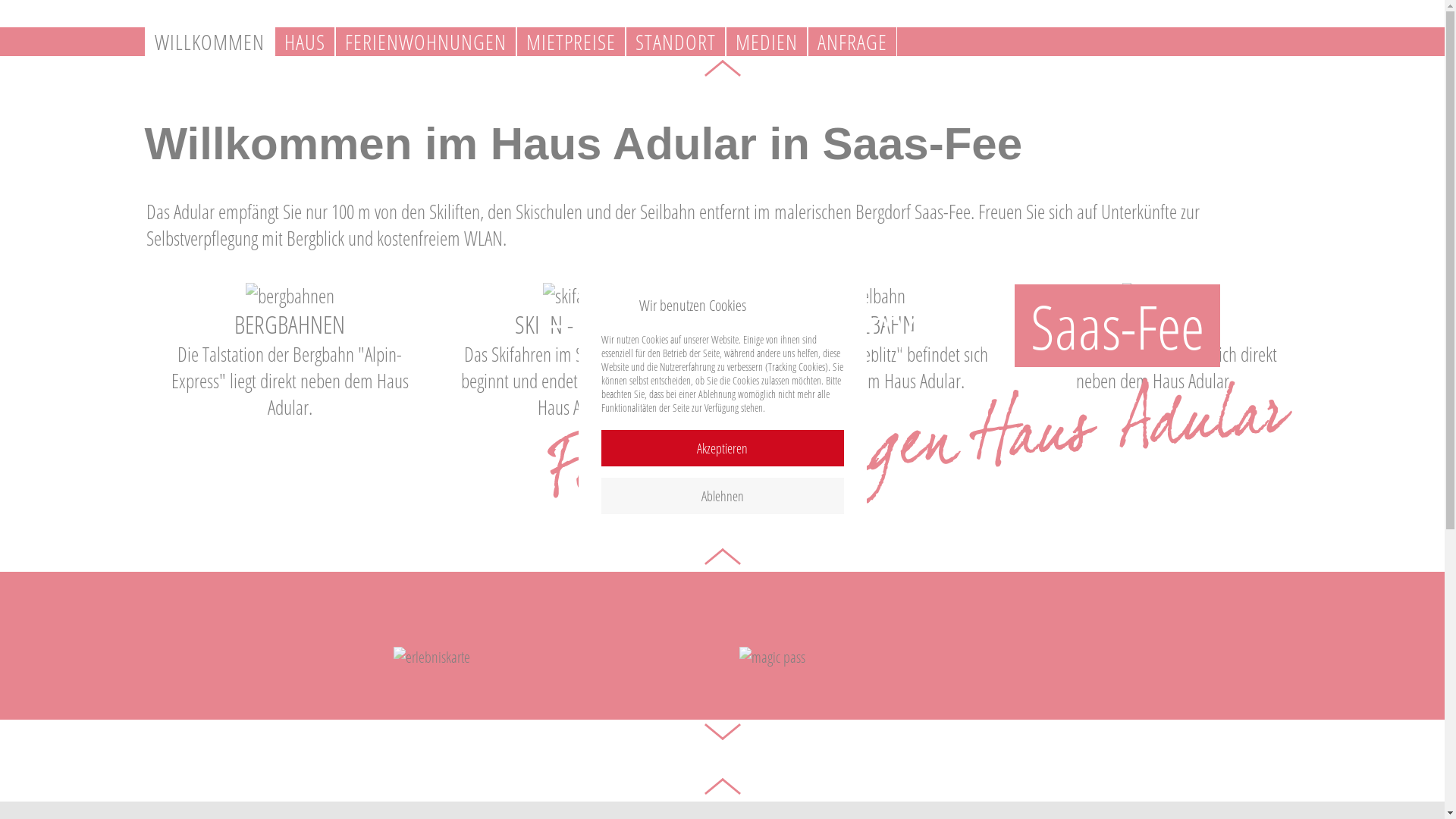 The width and height of the screenshot is (1456, 819). Describe the element at coordinates (673, 40) in the screenshot. I see `'STANDORT'` at that location.